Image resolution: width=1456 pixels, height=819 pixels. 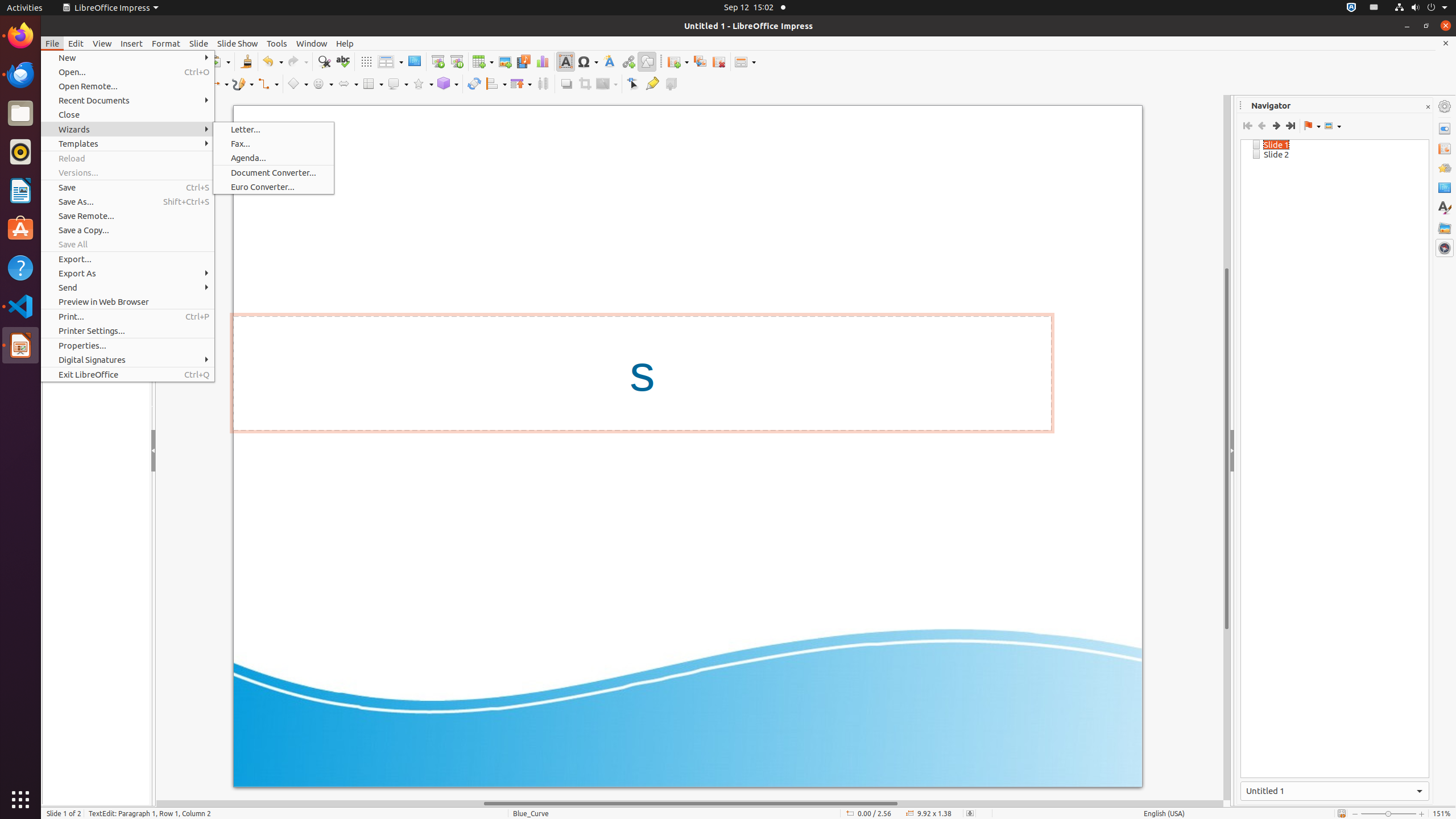 What do you see at coordinates (198, 43) in the screenshot?
I see `'Slide'` at bounding box center [198, 43].